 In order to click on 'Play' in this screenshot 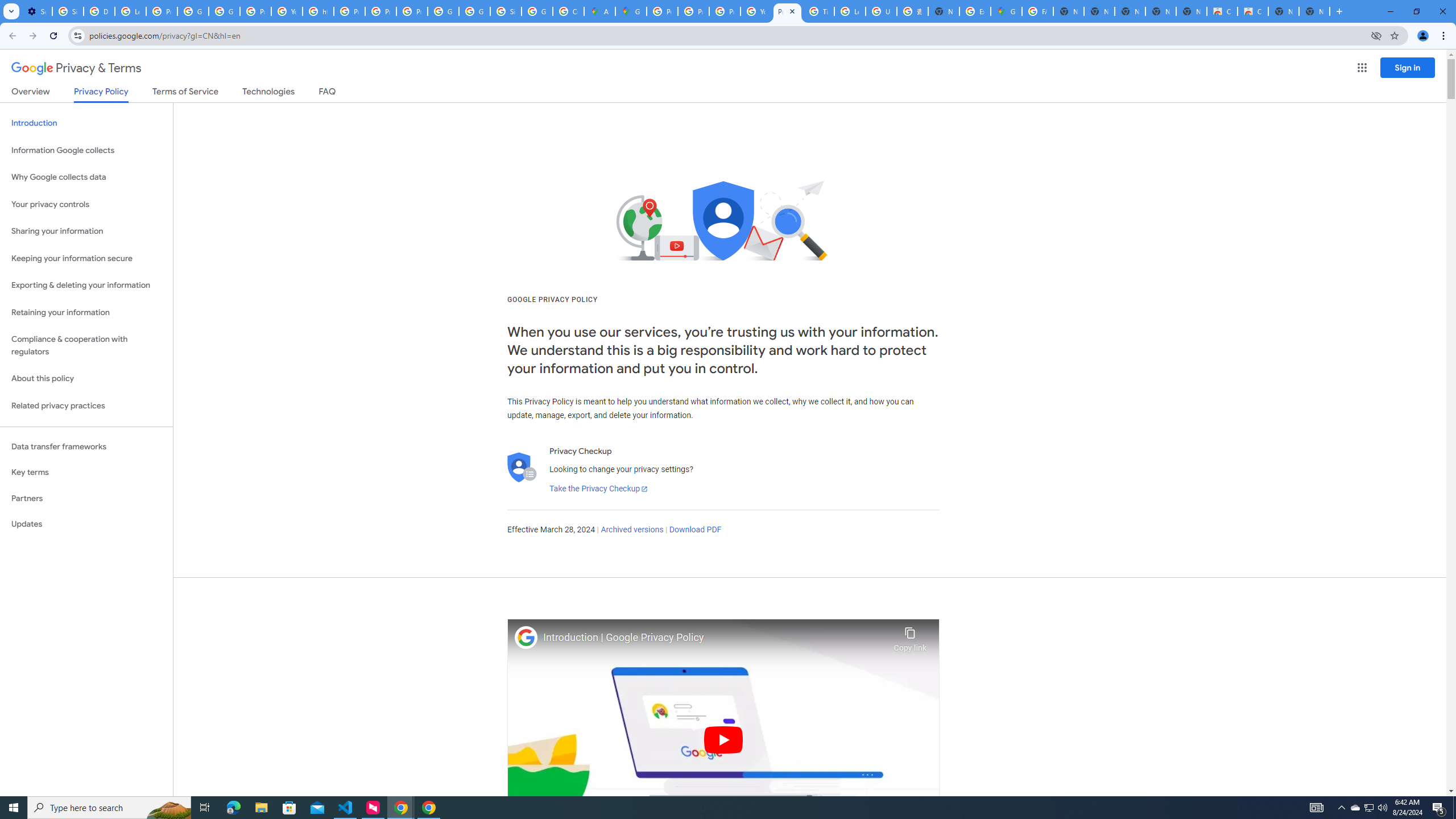, I will do `click(723, 739)`.